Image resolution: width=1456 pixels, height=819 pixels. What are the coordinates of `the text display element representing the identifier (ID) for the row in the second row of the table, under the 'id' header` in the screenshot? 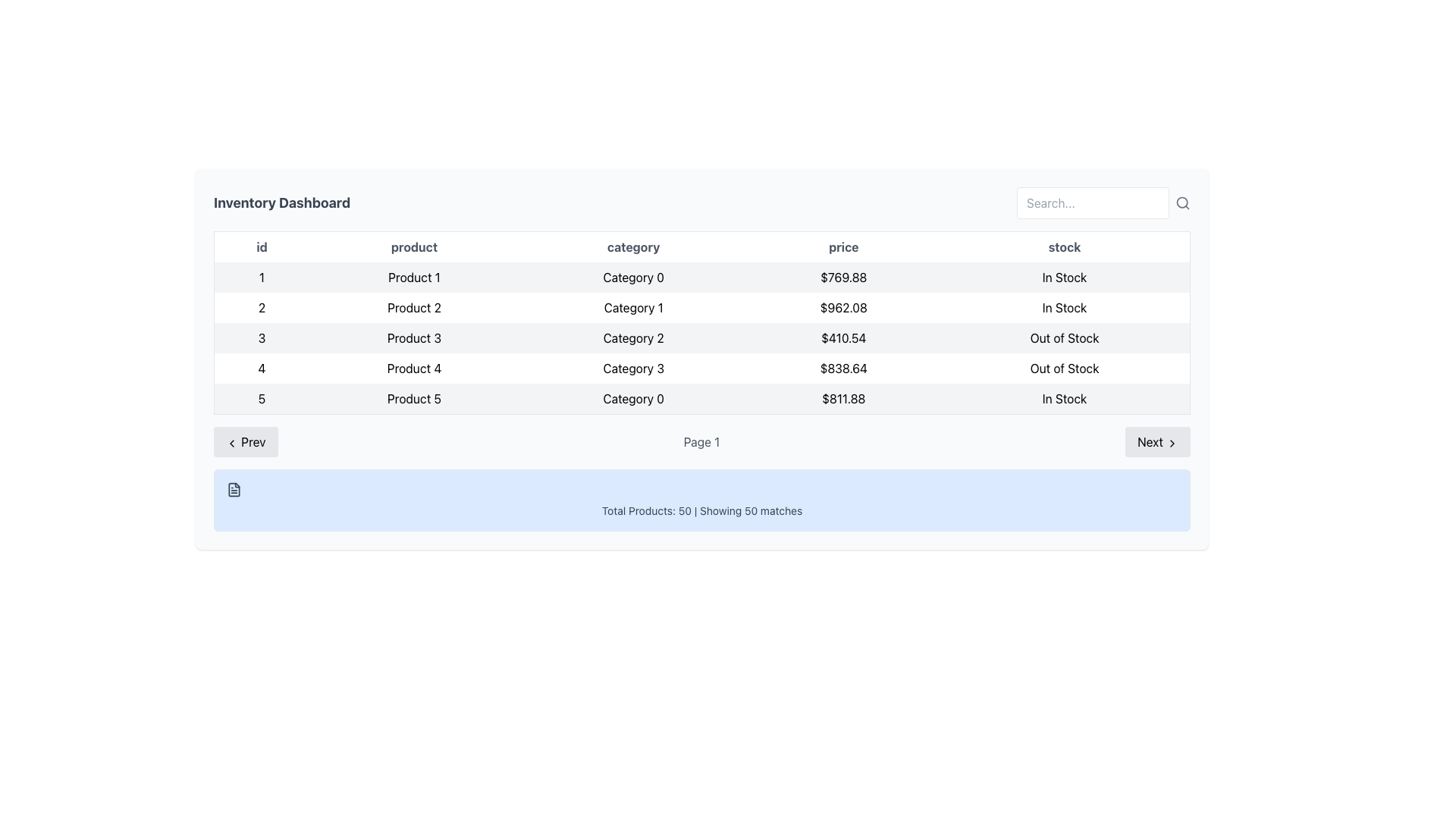 It's located at (262, 307).